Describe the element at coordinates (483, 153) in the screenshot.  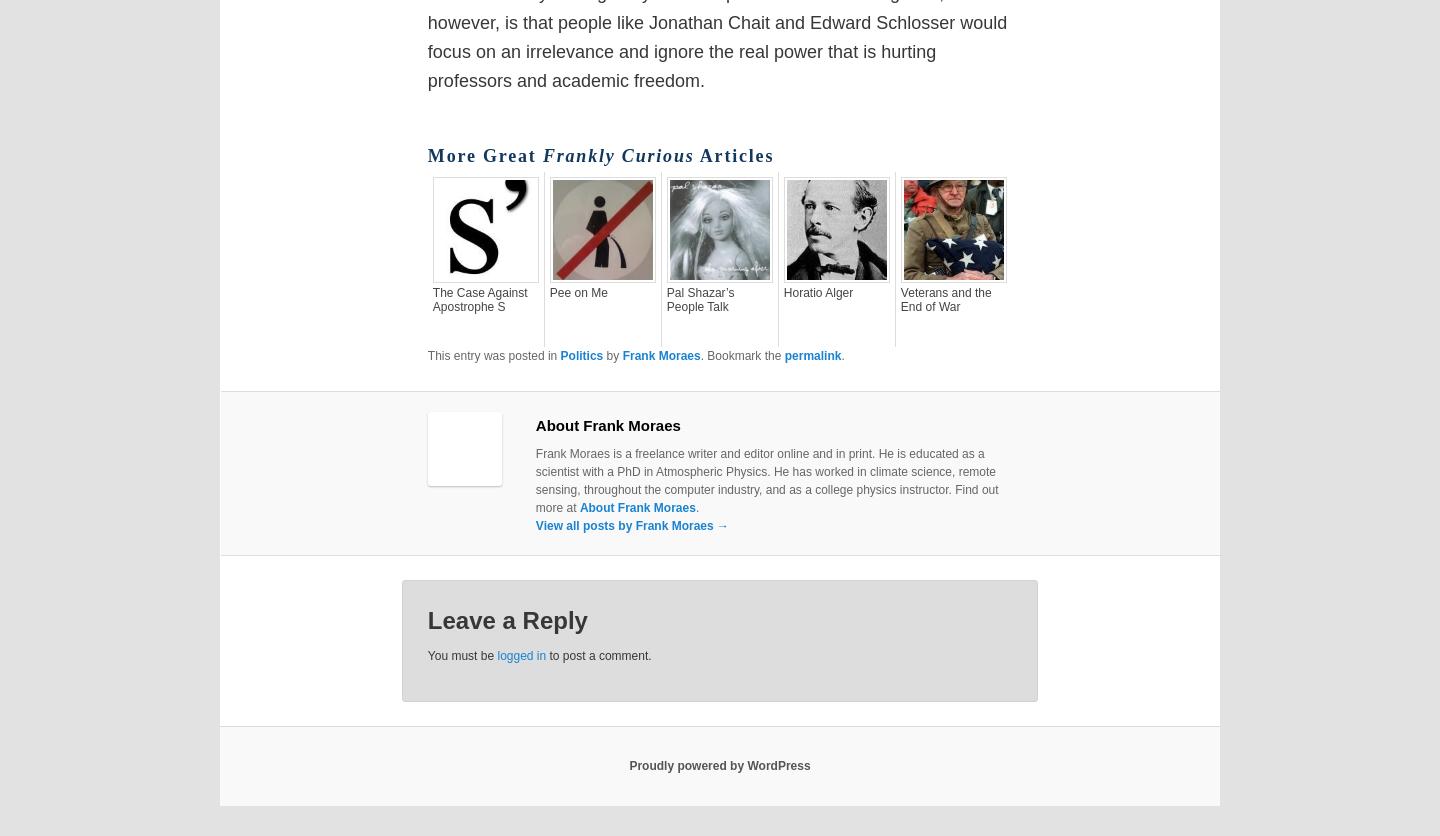
I see `'More Great'` at that location.